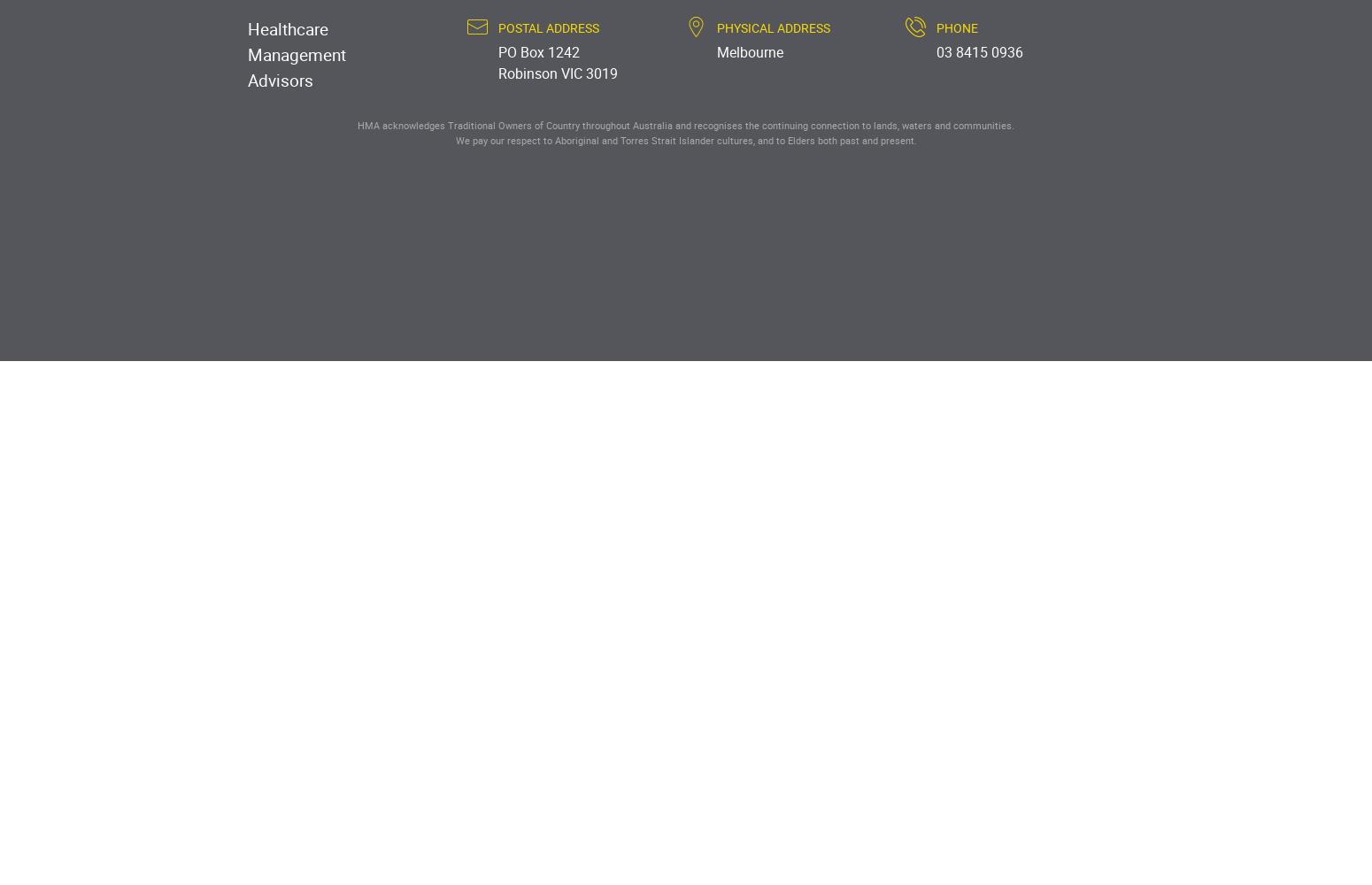 This screenshot has width=1372, height=885. I want to click on 'Phone', so click(956, 27).